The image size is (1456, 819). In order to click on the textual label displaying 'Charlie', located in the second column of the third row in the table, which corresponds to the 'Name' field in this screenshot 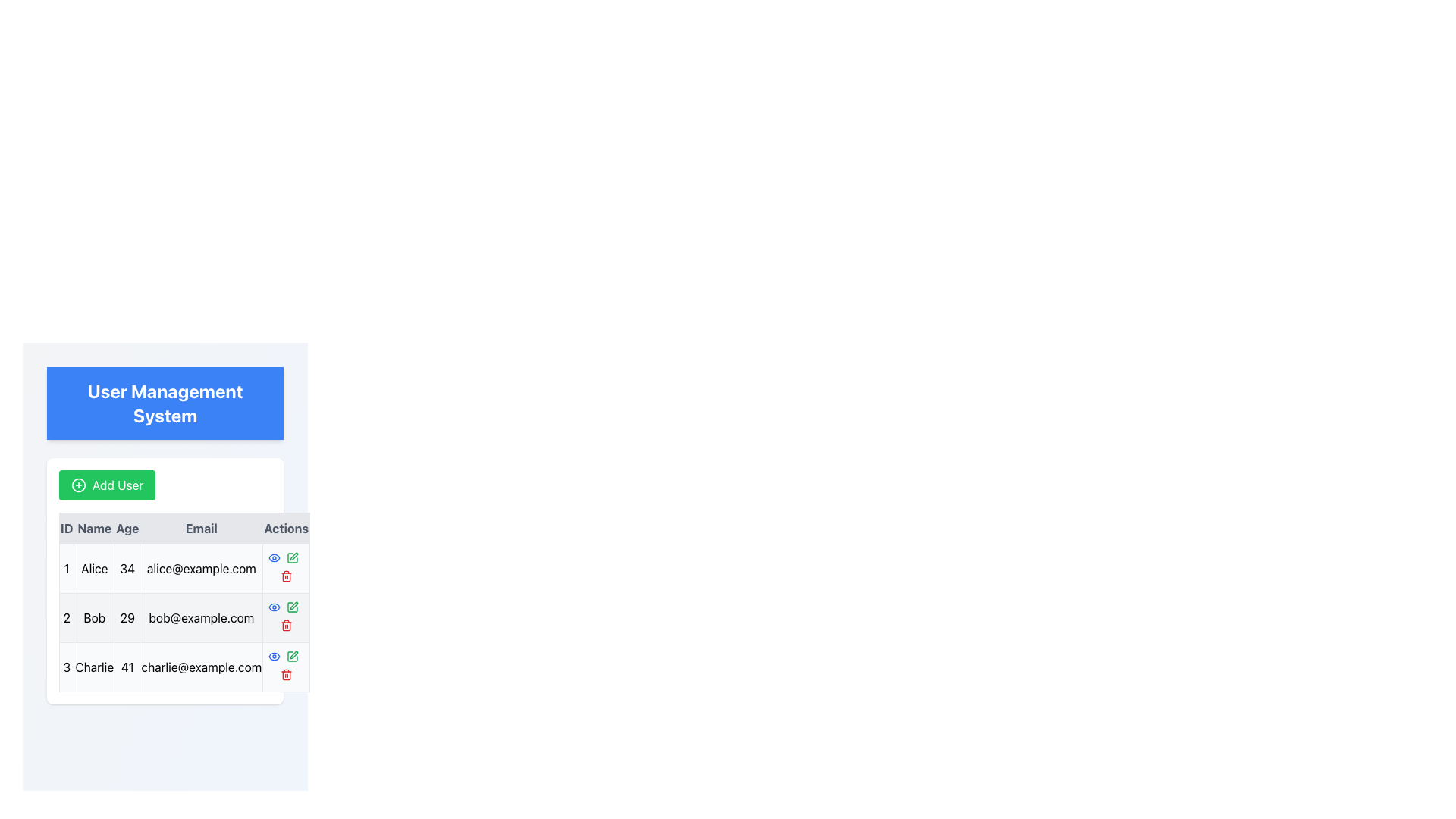, I will do `click(93, 666)`.